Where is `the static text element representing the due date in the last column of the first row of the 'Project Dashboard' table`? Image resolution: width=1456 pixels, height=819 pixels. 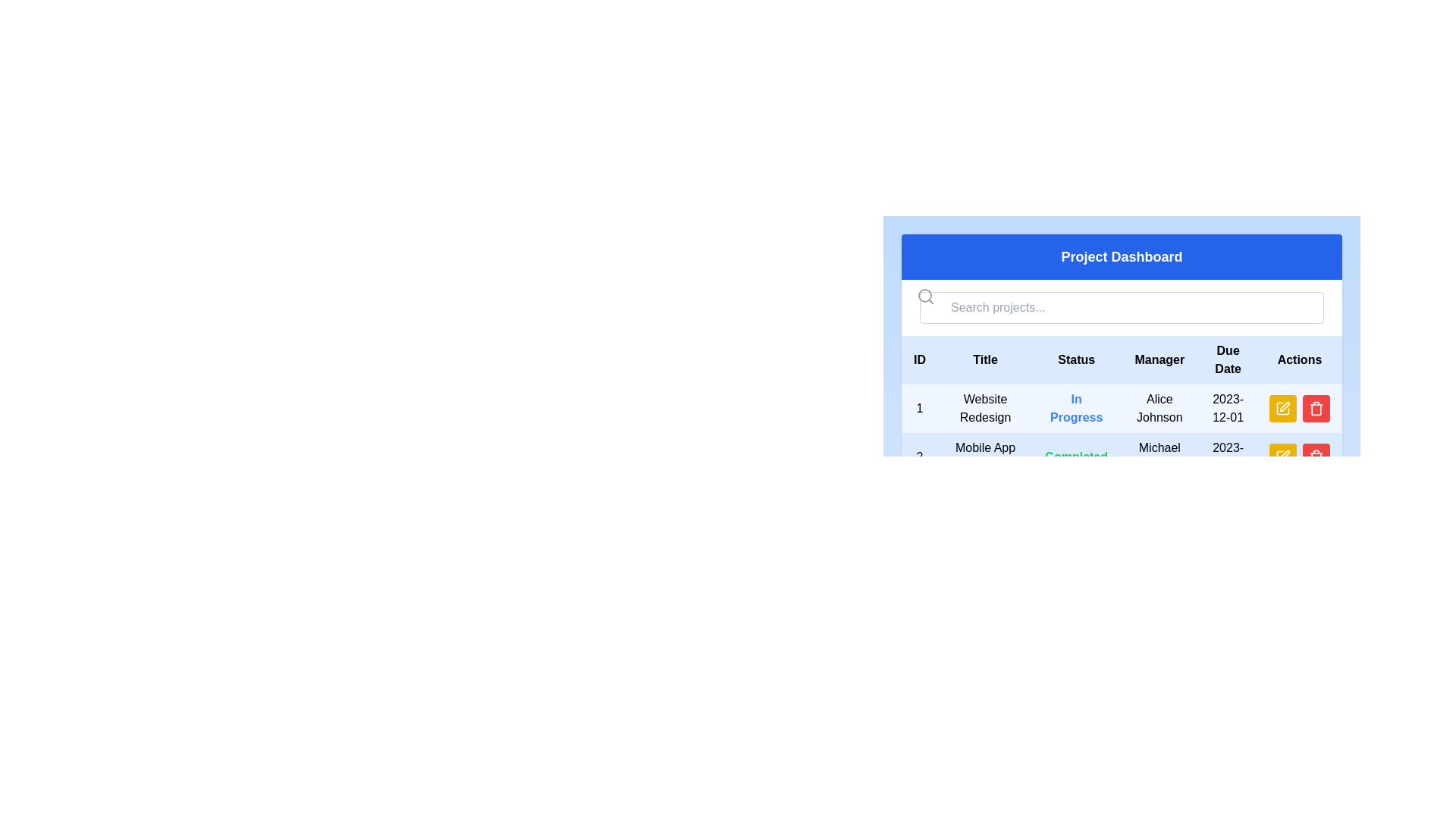
the static text element representing the due date in the last column of the first row of the 'Project Dashboard' table is located at coordinates (1228, 408).